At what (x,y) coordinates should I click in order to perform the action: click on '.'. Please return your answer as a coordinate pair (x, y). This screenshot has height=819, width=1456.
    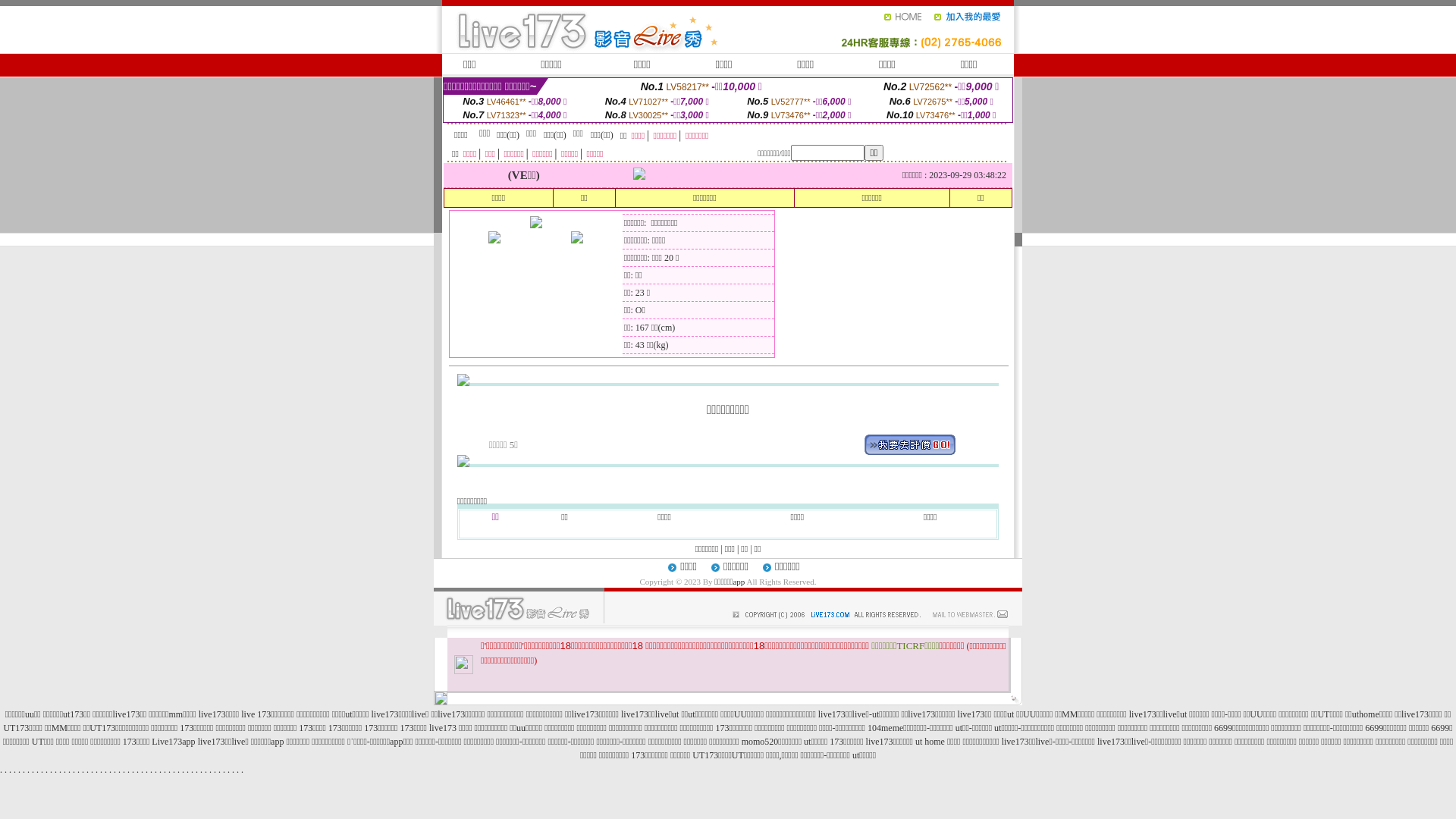
    Looking at the image, I should click on (1, 769).